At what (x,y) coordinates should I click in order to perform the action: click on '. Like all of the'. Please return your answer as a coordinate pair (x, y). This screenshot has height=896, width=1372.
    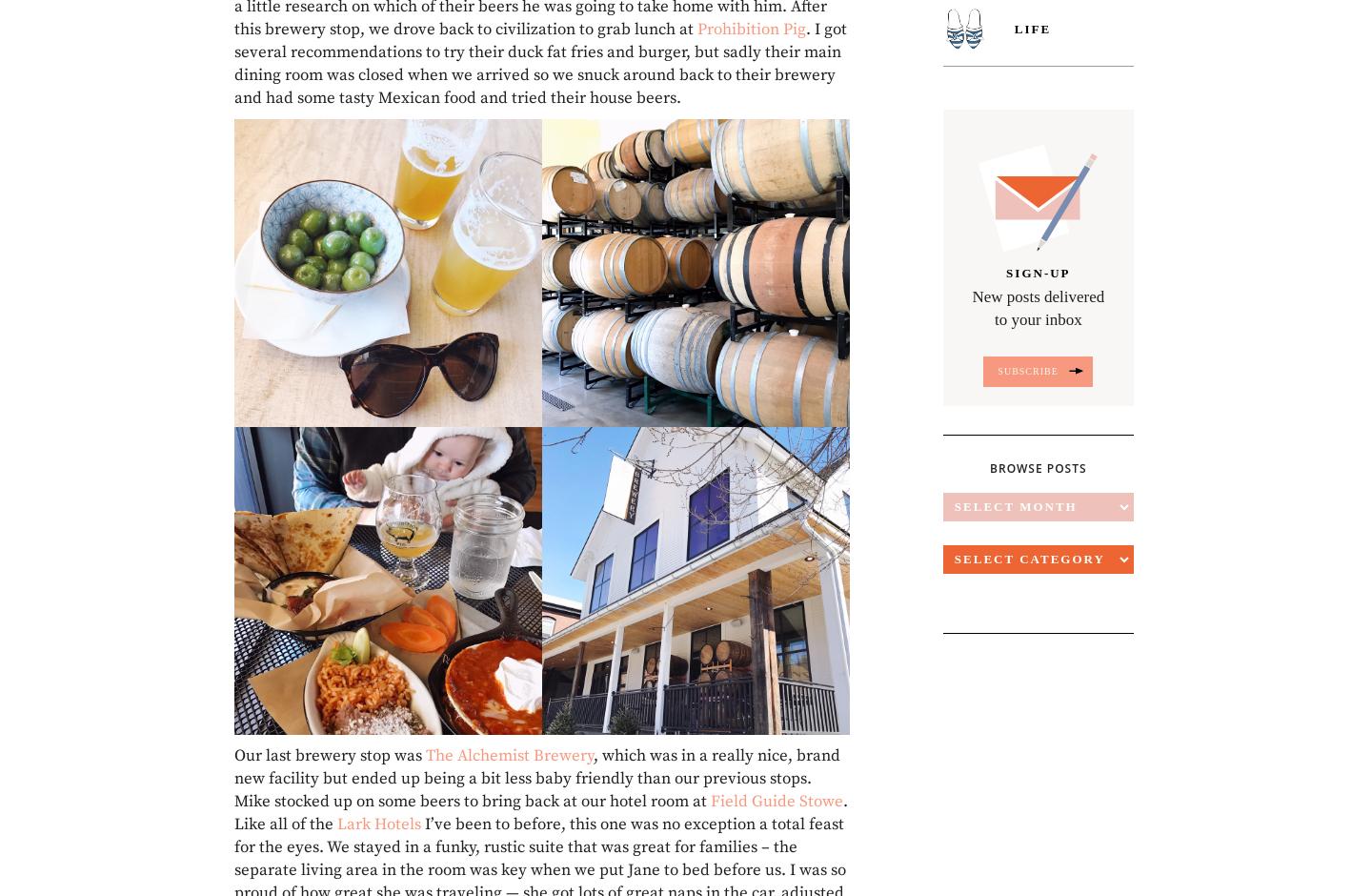
    Looking at the image, I should click on (540, 811).